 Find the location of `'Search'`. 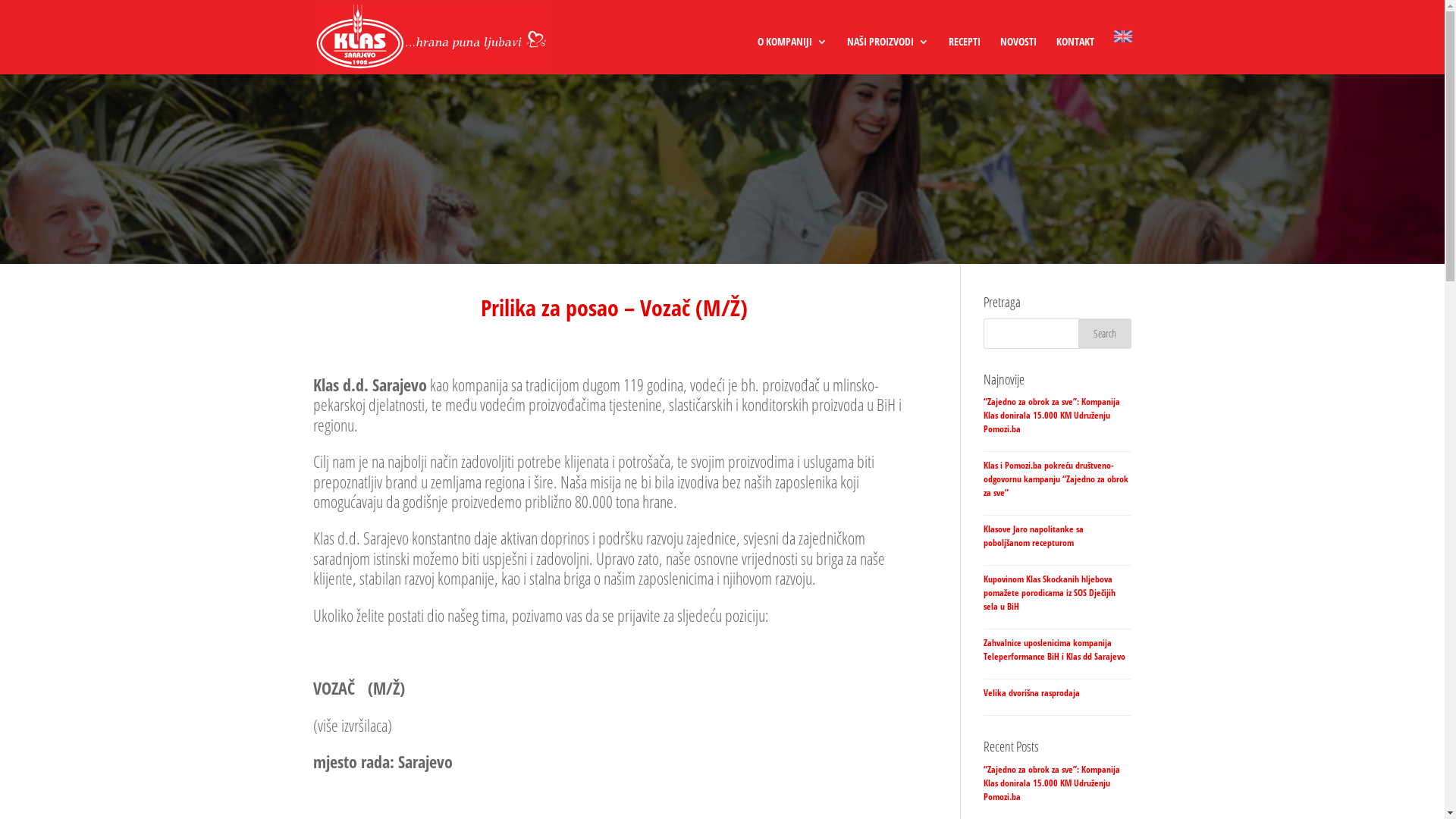

'Search' is located at coordinates (1077, 332).